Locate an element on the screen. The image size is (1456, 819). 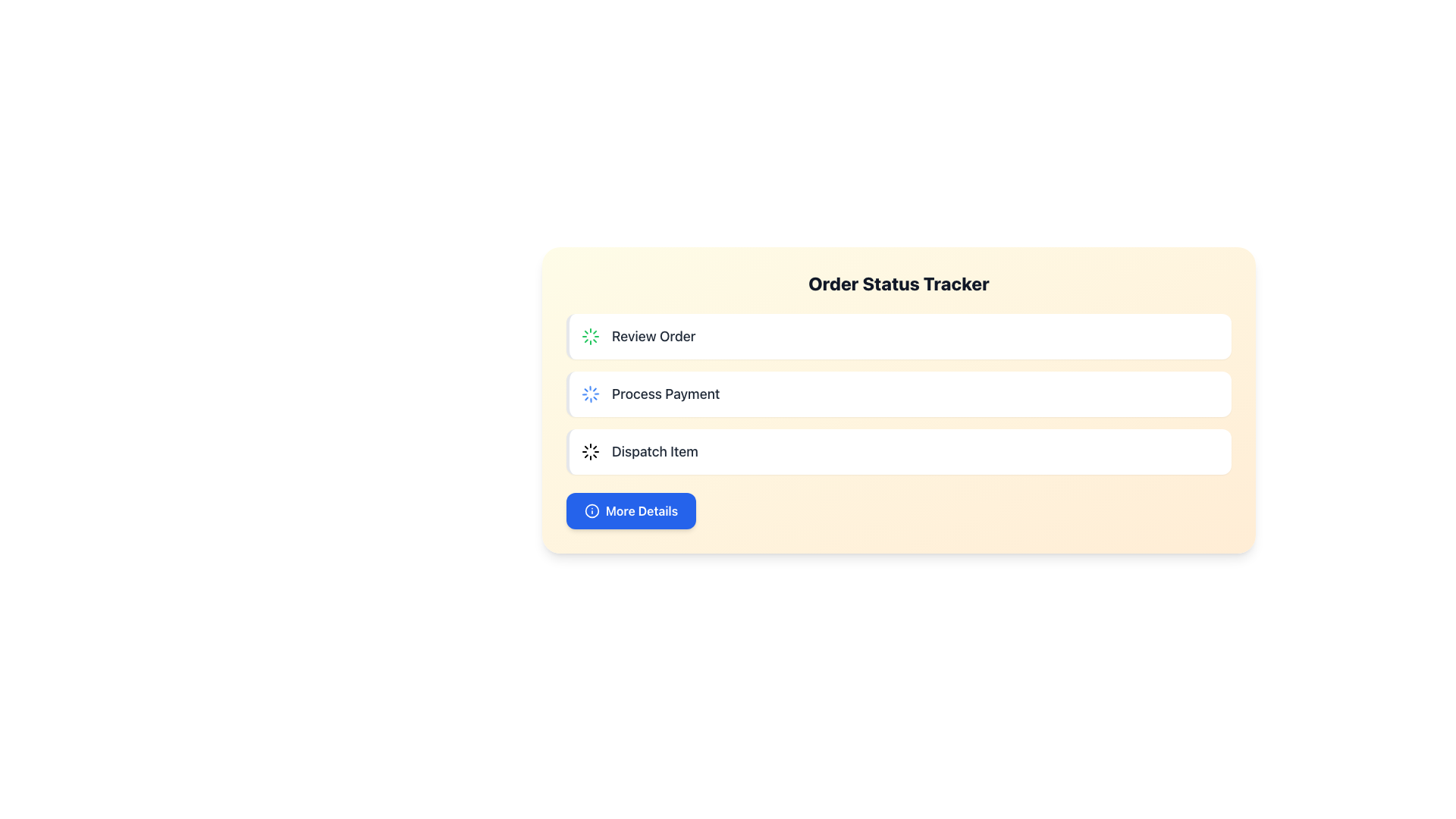
the animated loader icon that indicates the status of the 'Process Payment' step, located at the leftmost side of the white rectangular card labeled 'Process Payment' in the 'Order Status Tracker' section is located at coordinates (589, 393).